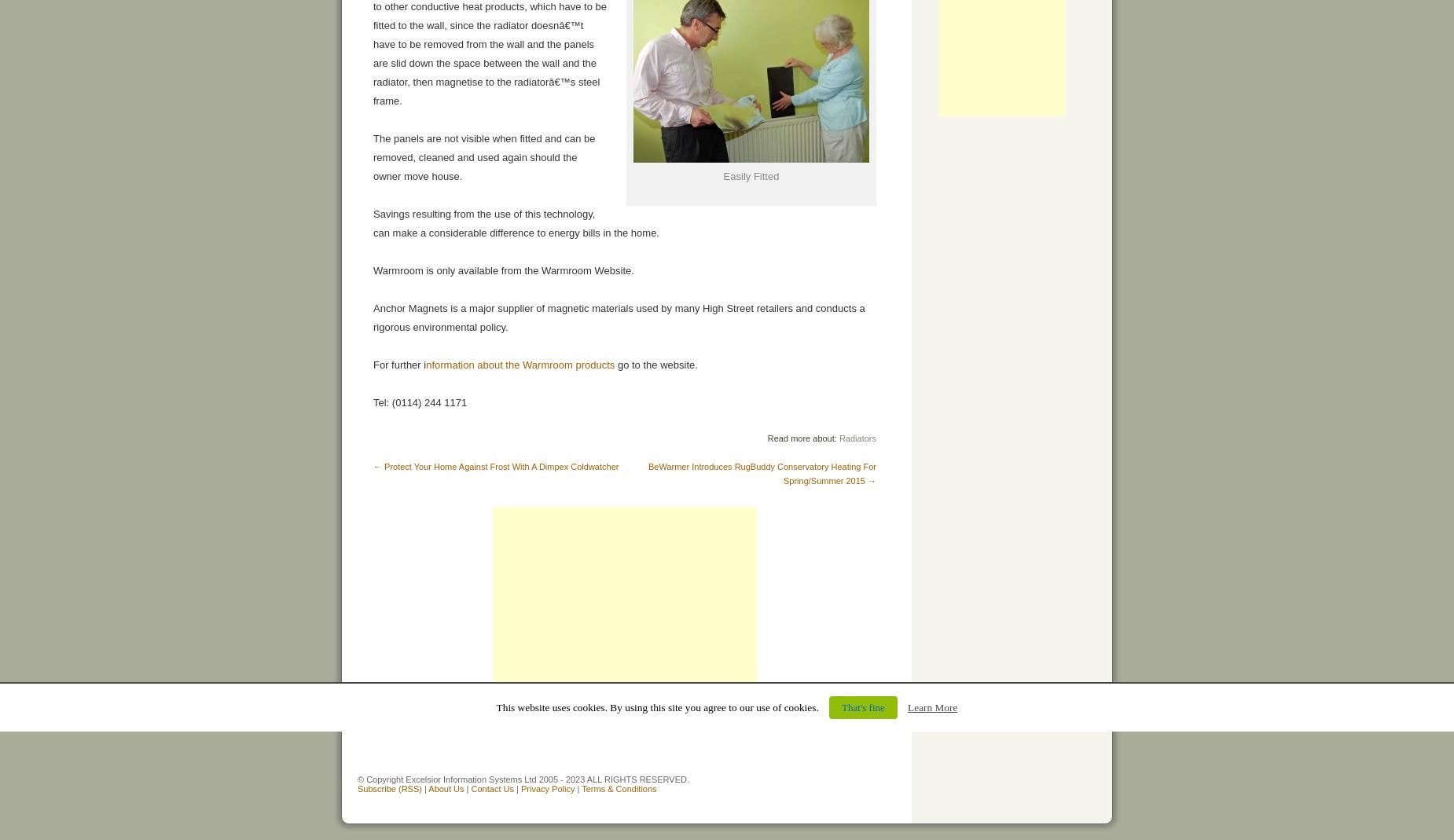 Image resolution: width=1454 pixels, height=840 pixels. I want to click on 'Terms & Conditions', so click(619, 789).